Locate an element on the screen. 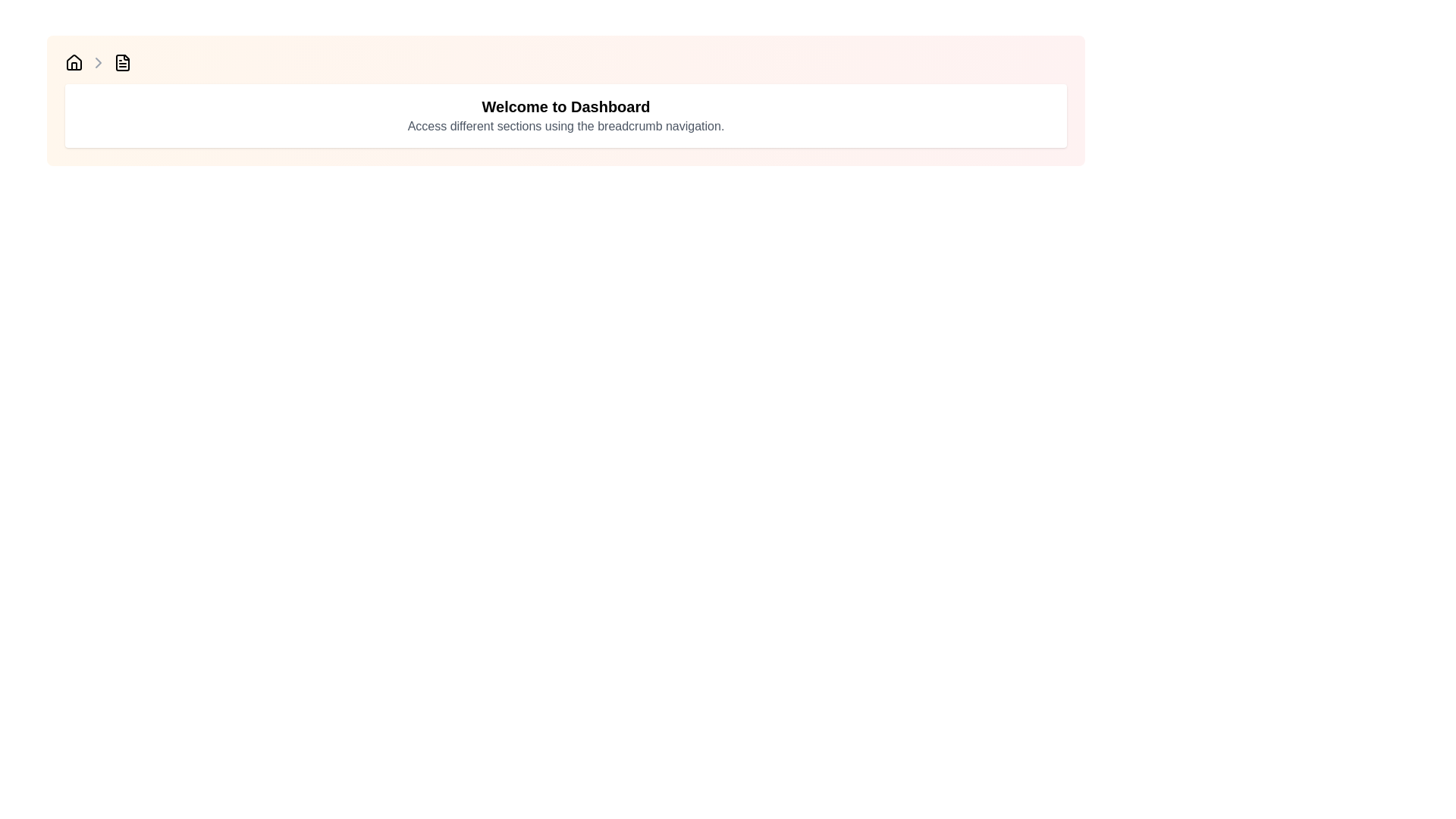  the introductory text block that provides navigation instructions, located just below the breadcrumb navigation bar is located at coordinates (565, 115).